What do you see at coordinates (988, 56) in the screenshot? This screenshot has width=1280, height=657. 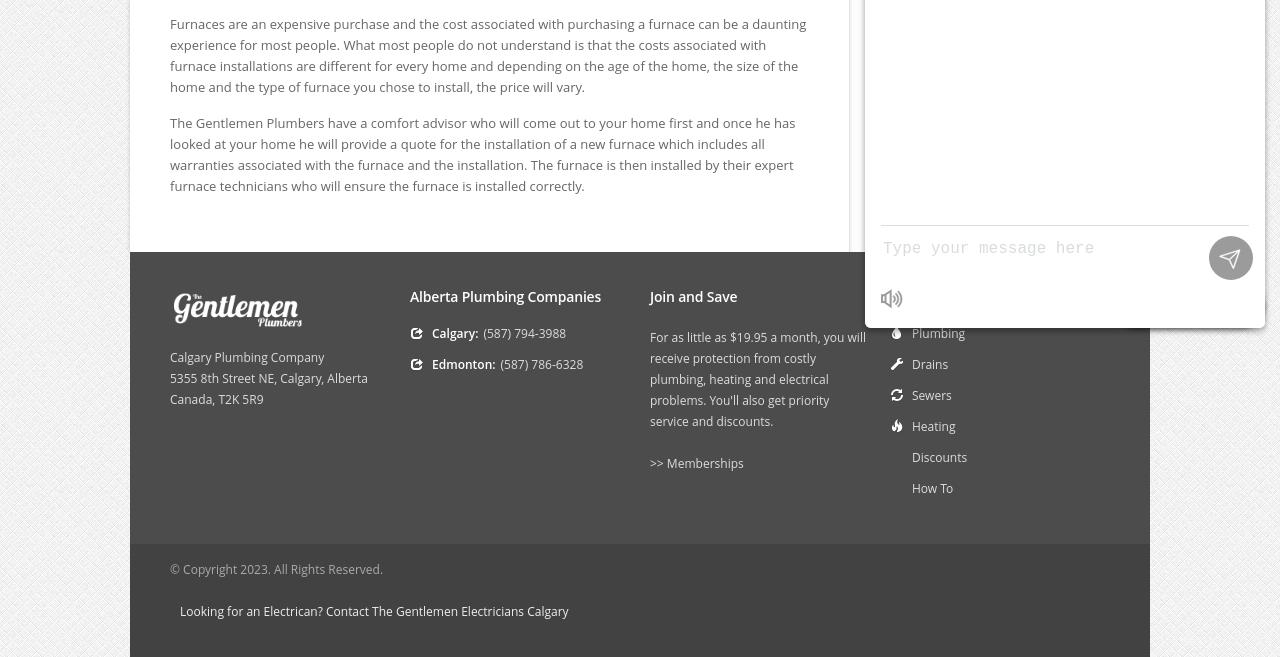 I see `'Bio Smart Eco Friendly Drain Cleaner'` at bounding box center [988, 56].